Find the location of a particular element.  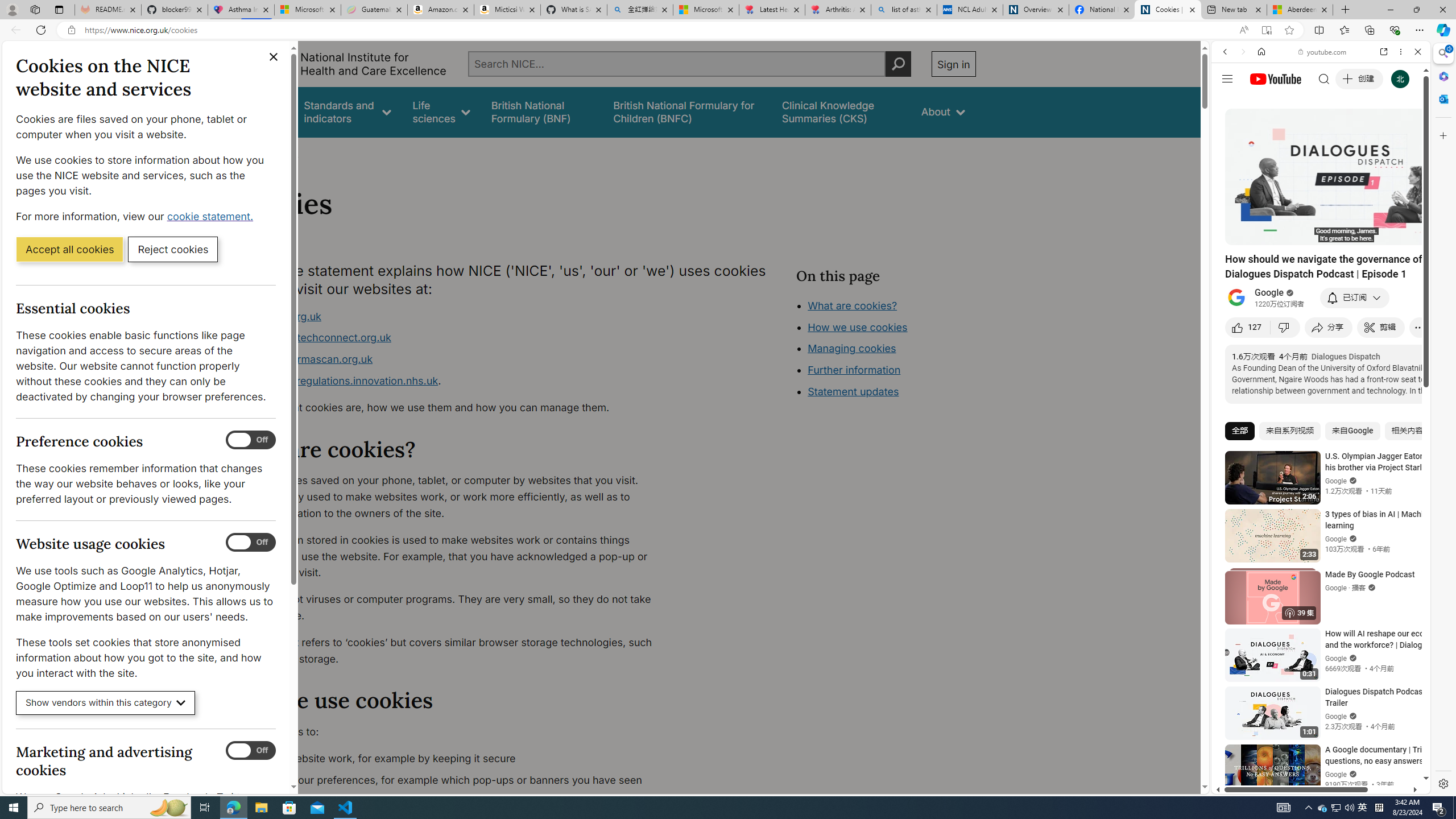

'Aberdeen, Hong Kong SAR hourly forecast | Microsoft Weather' is located at coordinates (1300, 9).